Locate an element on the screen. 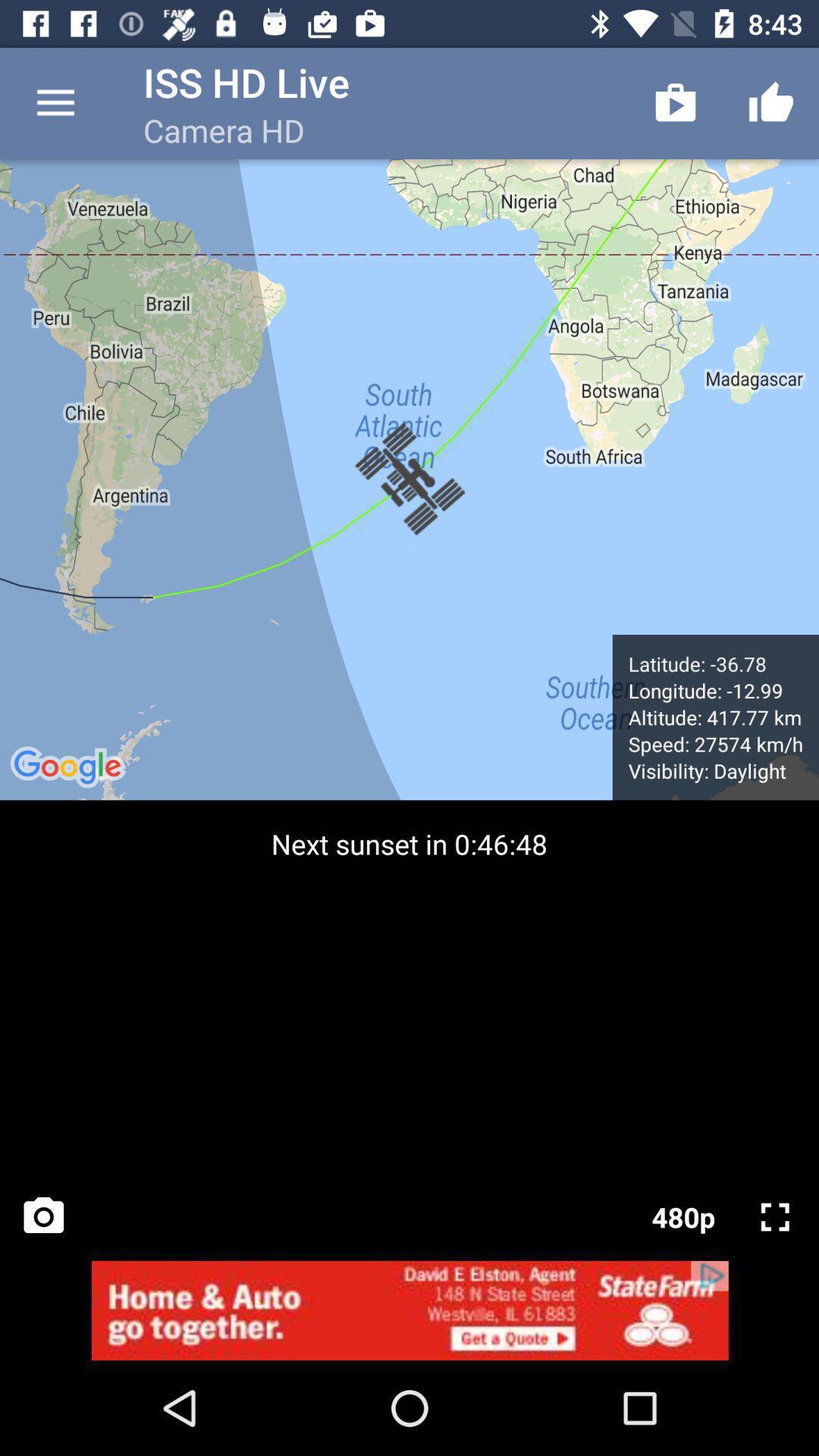 The image size is (819, 1456). camera button is located at coordinates (42, 1216).